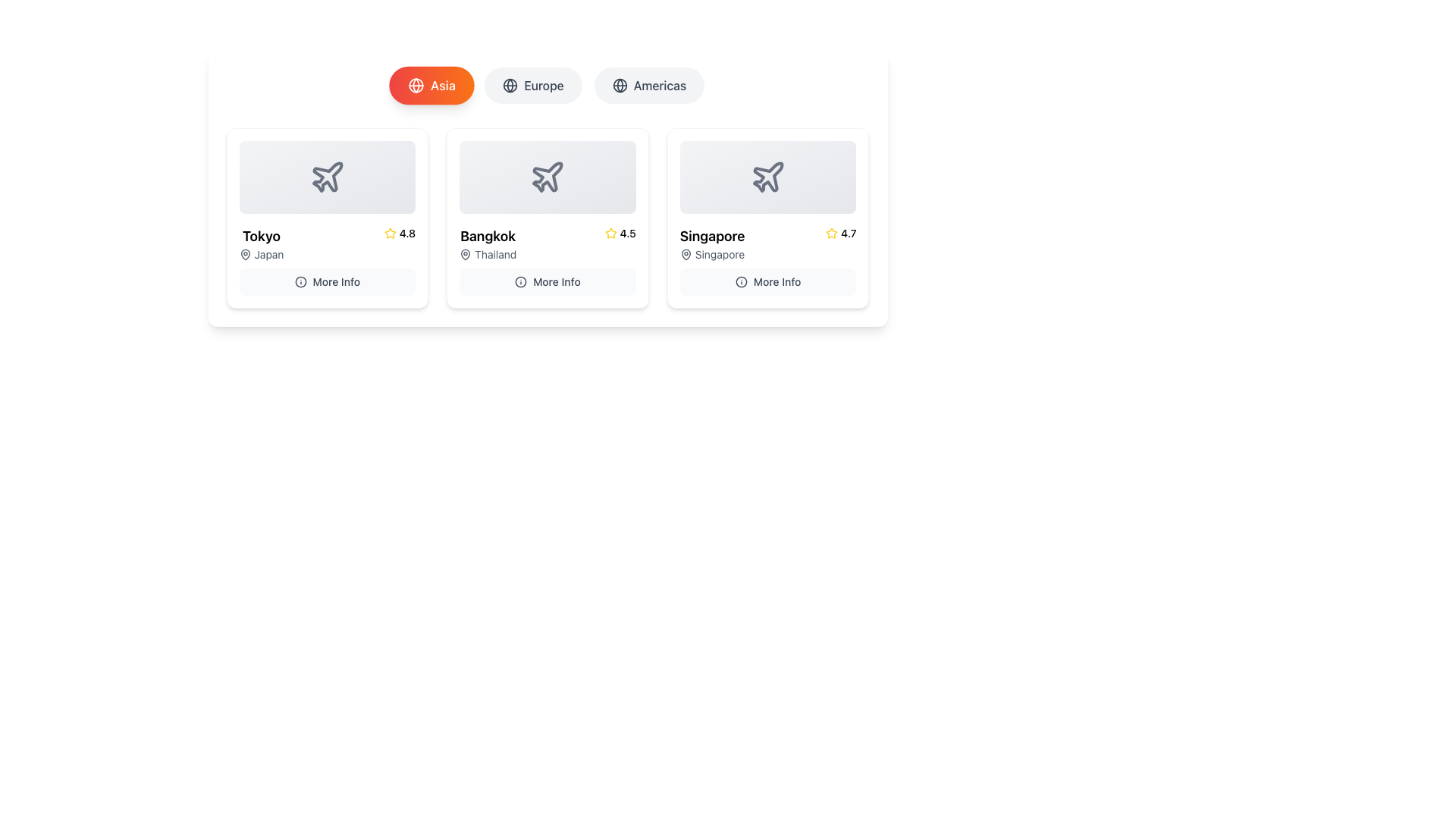  Describe the element at coordinates (610, 233) in the screenshot. I see `the yellow star icon indicating the rating for 'Bangkok' next to the numeric value '4.5'` at that location.